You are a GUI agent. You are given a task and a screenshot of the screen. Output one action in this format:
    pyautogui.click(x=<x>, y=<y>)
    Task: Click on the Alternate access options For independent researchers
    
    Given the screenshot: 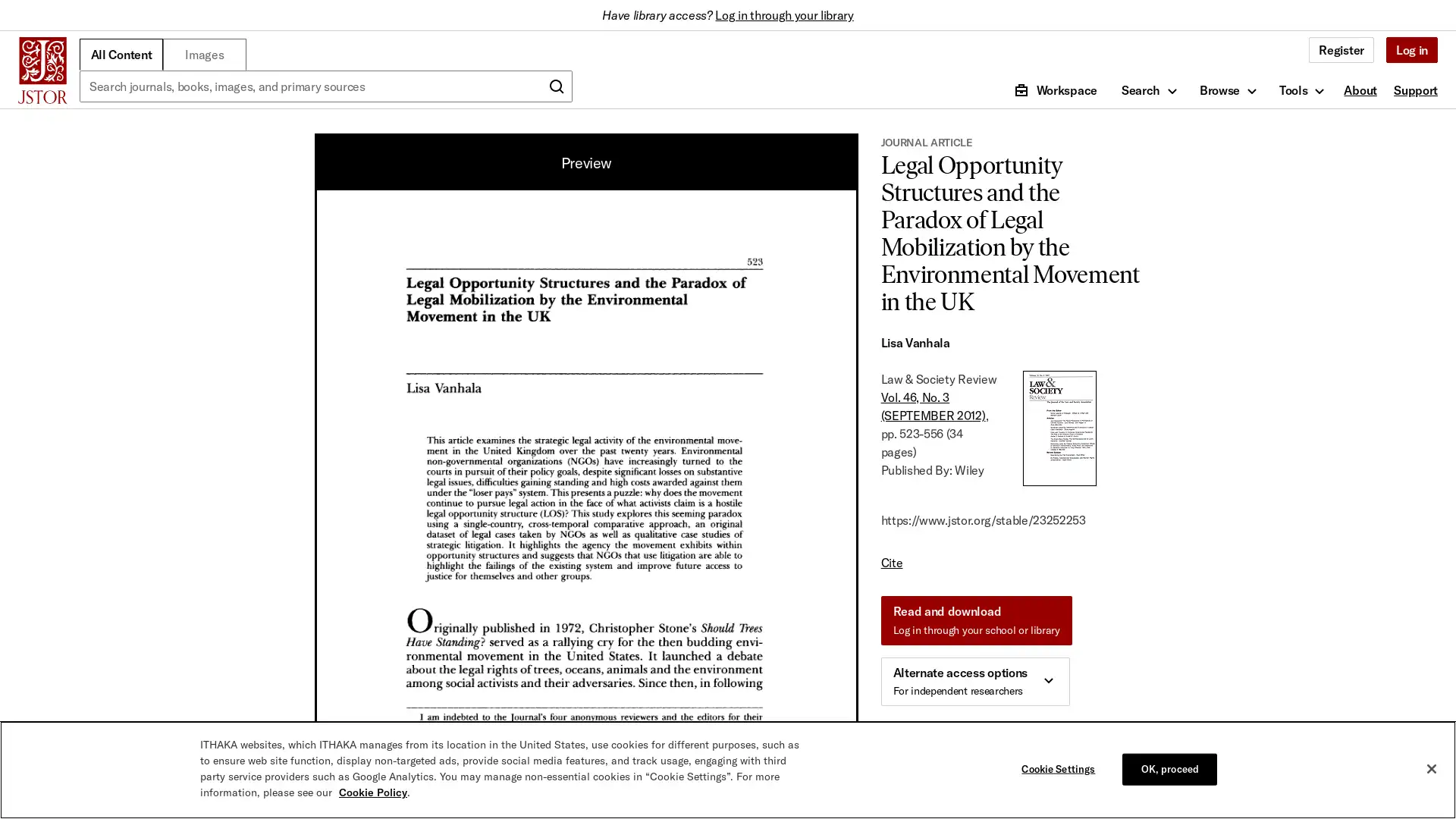 What is the action you would take?
    pyautogui.click(x=974, y=680)
    